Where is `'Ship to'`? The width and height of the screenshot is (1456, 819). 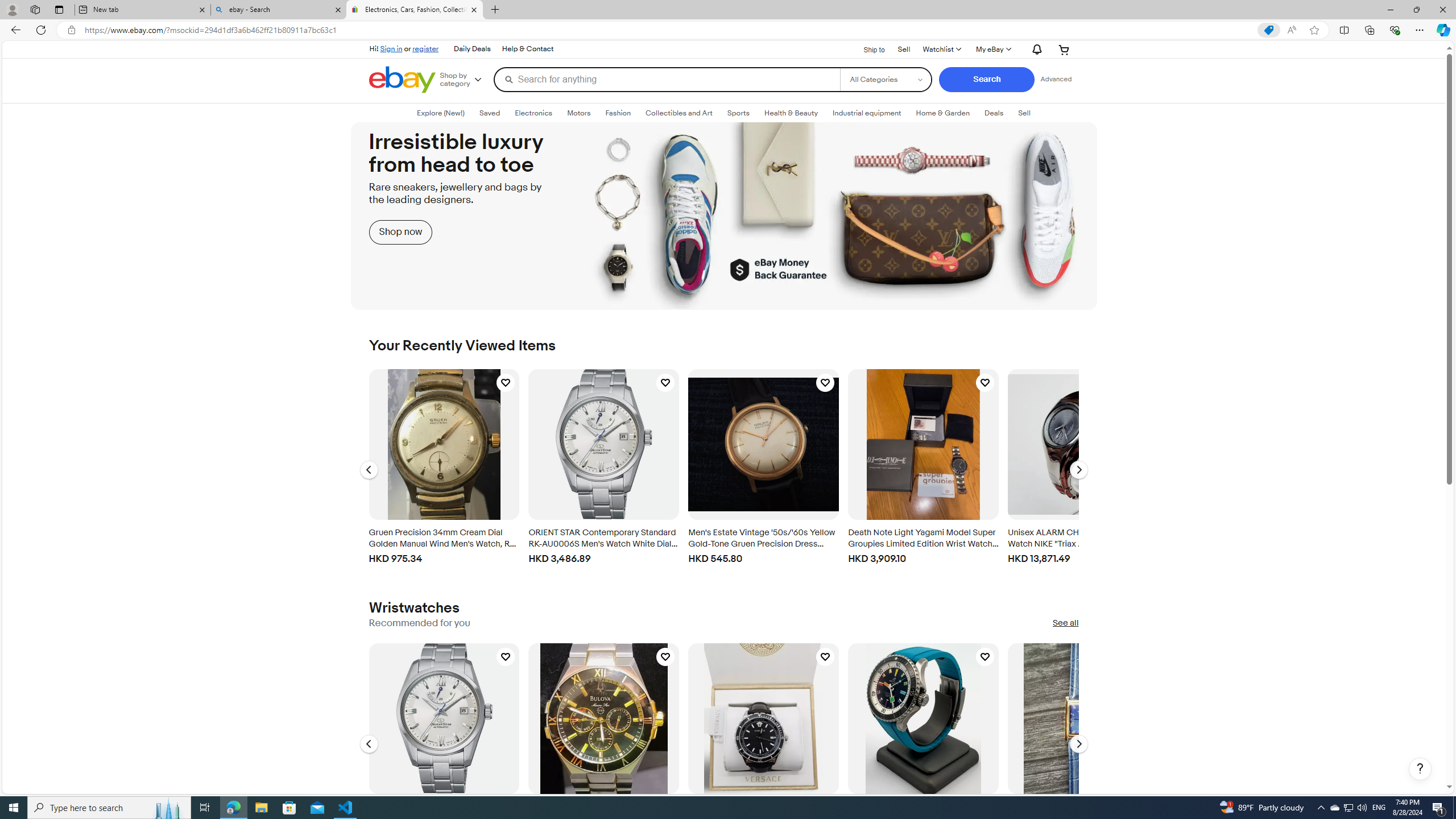
'Ship to' is located at coordinates (867, 49).